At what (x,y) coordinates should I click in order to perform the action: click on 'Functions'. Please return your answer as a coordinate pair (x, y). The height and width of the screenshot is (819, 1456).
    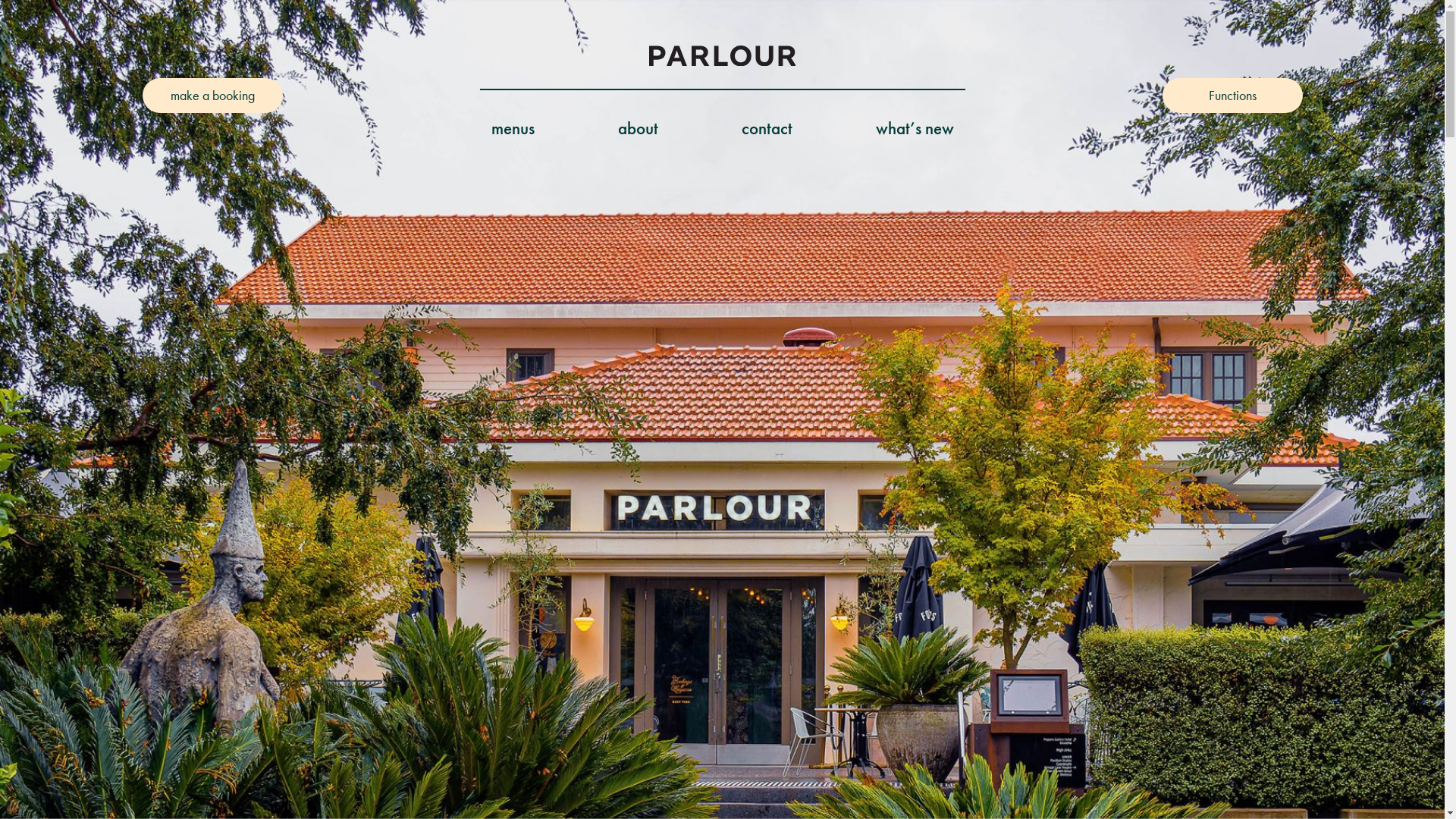
    Looking at the image, I should click on (1232, 96).